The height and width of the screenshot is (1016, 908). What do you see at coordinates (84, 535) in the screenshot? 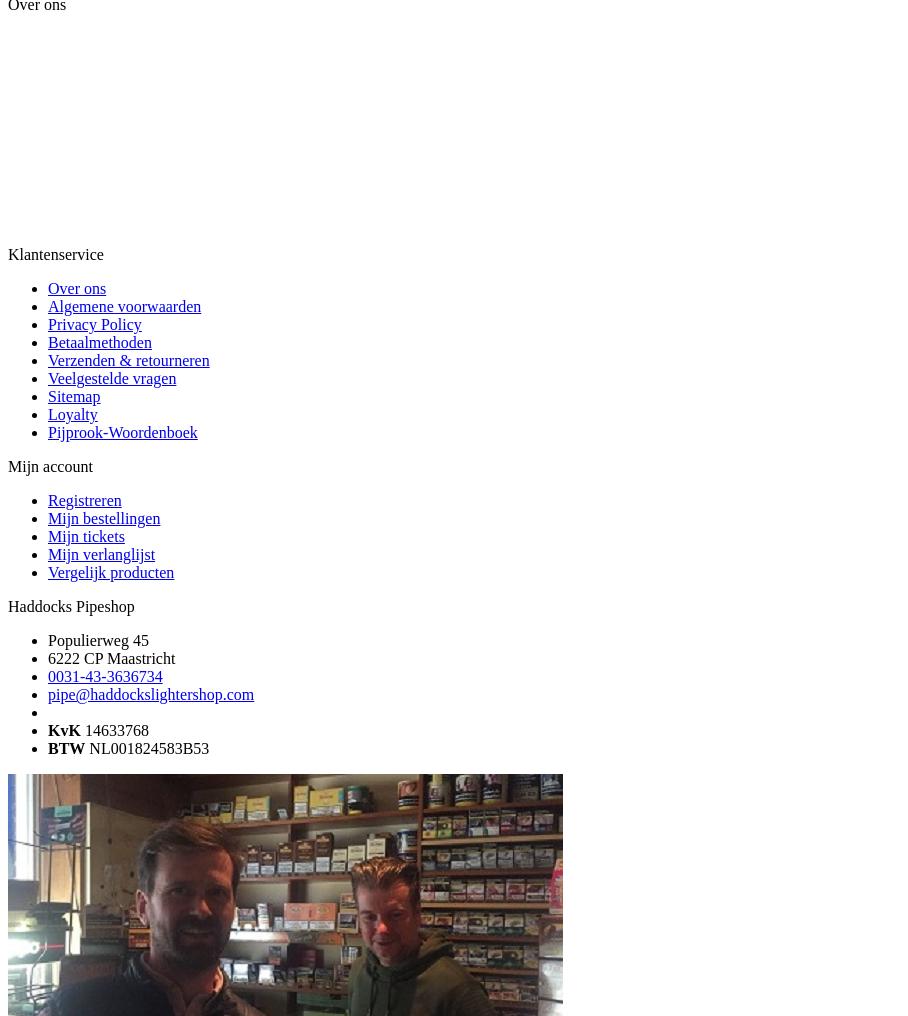
I see `'Mijn tickets'` at bounding box center [84, 535].